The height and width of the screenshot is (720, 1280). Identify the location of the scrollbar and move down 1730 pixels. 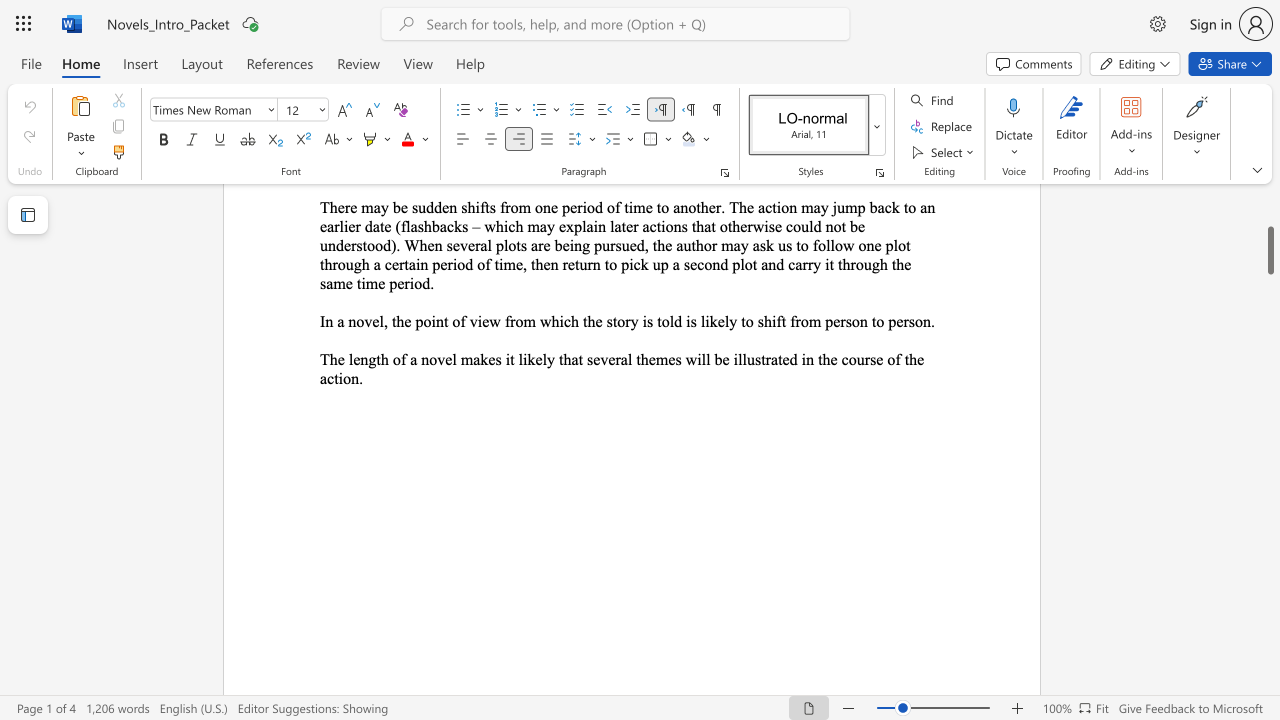
(1269, 249).